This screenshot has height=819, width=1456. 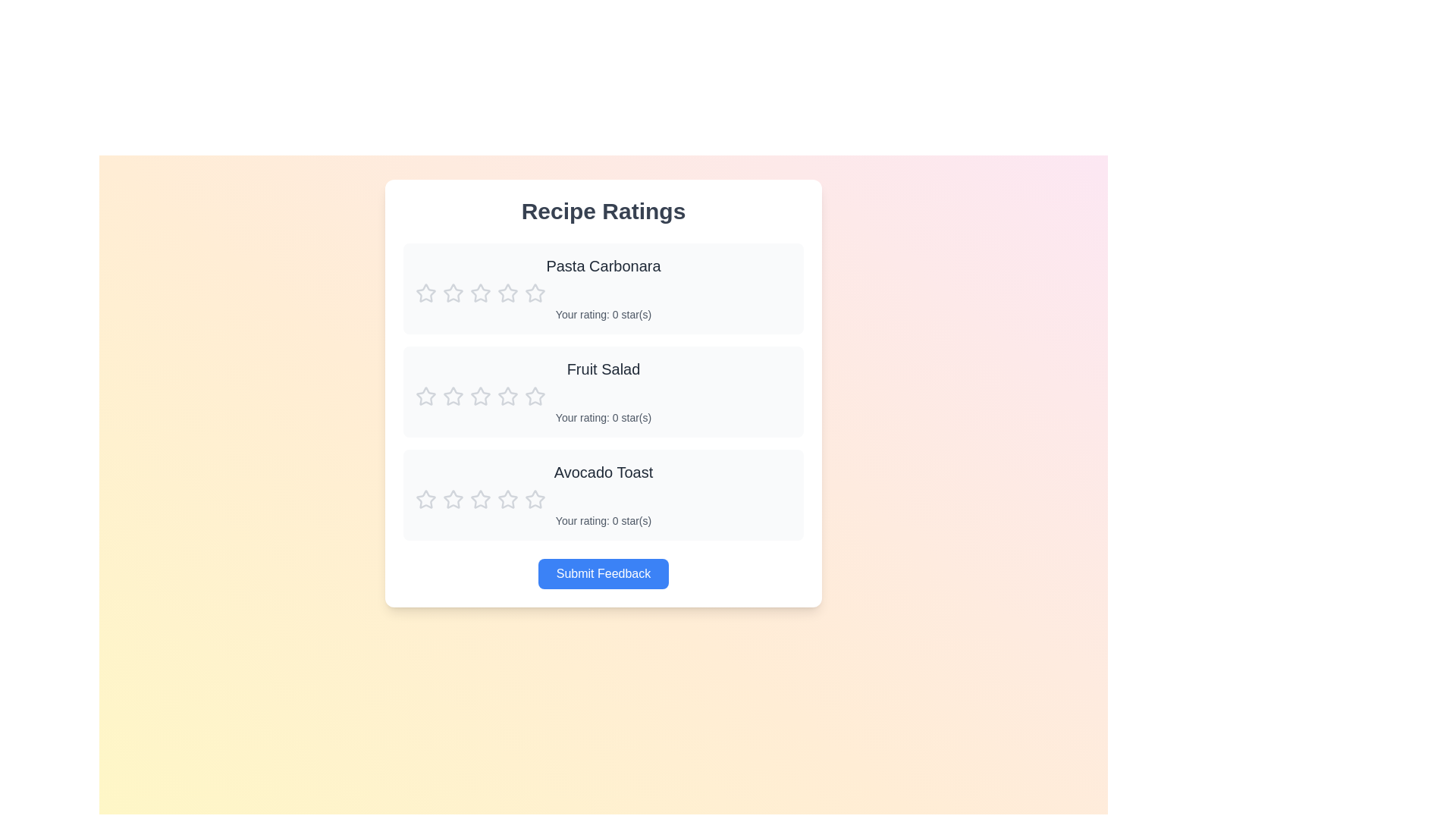 What do you see at coordinates (425, 500) in the screenshot?
I see `the first star icon in the rating section under 'Avocado Toast' to assign a rating of one star` at bounding box center [425, 500].